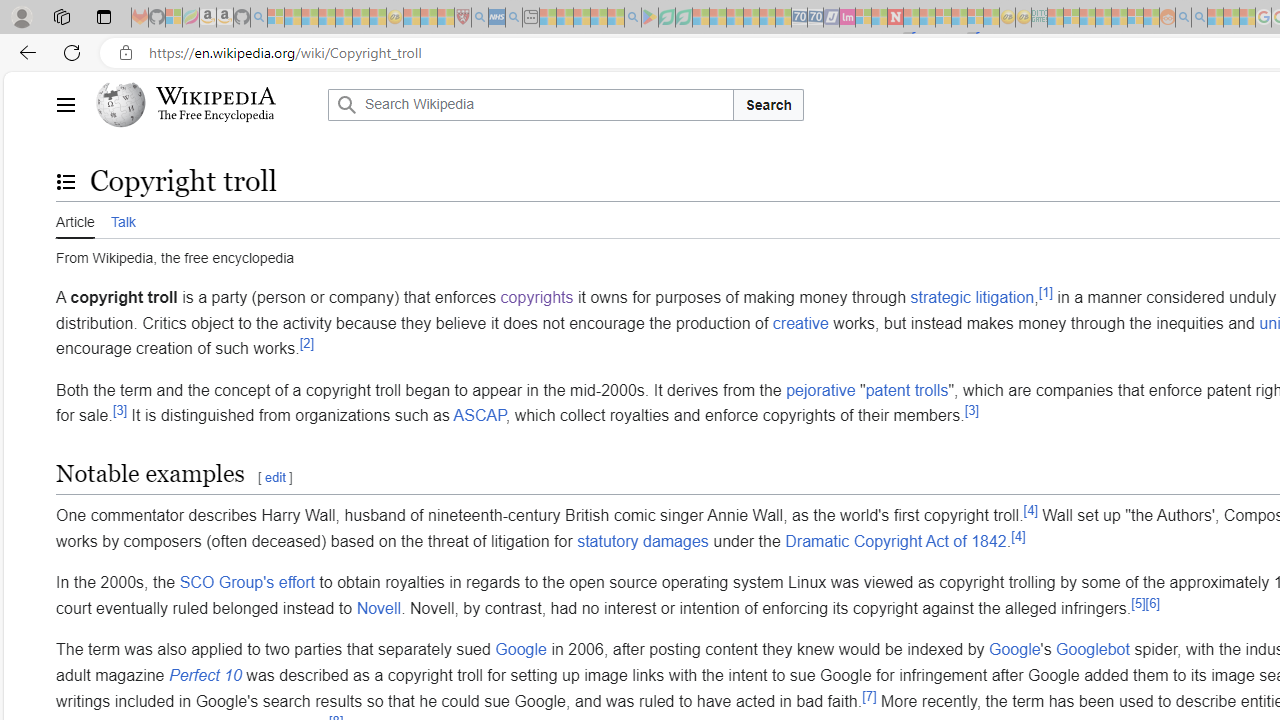 Image resolution: width=1280 pixels, height=720 pixels. I want to click on 'Article', so click(75, 219).